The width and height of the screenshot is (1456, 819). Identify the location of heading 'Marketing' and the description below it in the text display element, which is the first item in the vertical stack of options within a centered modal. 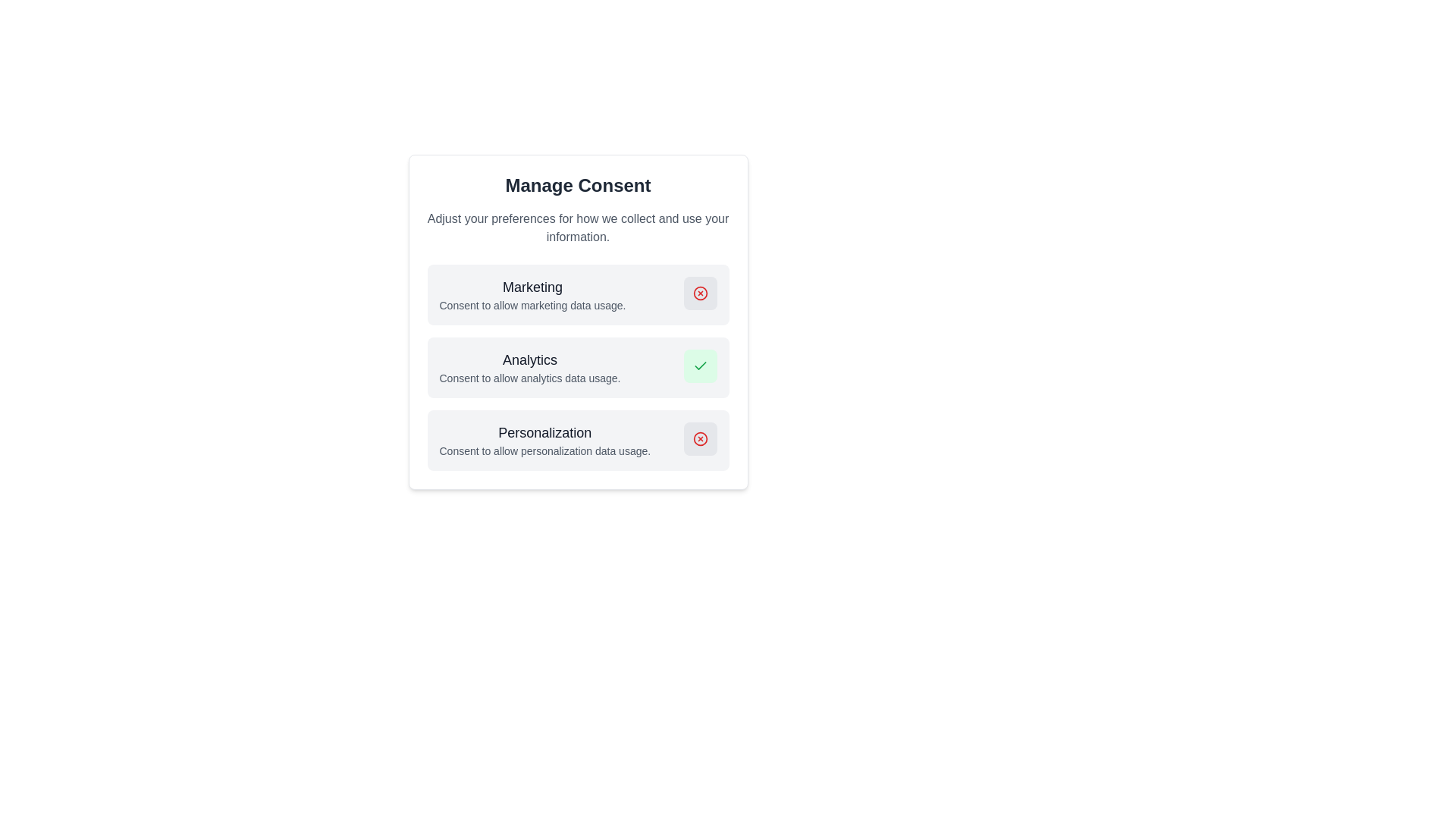
(532, 295).